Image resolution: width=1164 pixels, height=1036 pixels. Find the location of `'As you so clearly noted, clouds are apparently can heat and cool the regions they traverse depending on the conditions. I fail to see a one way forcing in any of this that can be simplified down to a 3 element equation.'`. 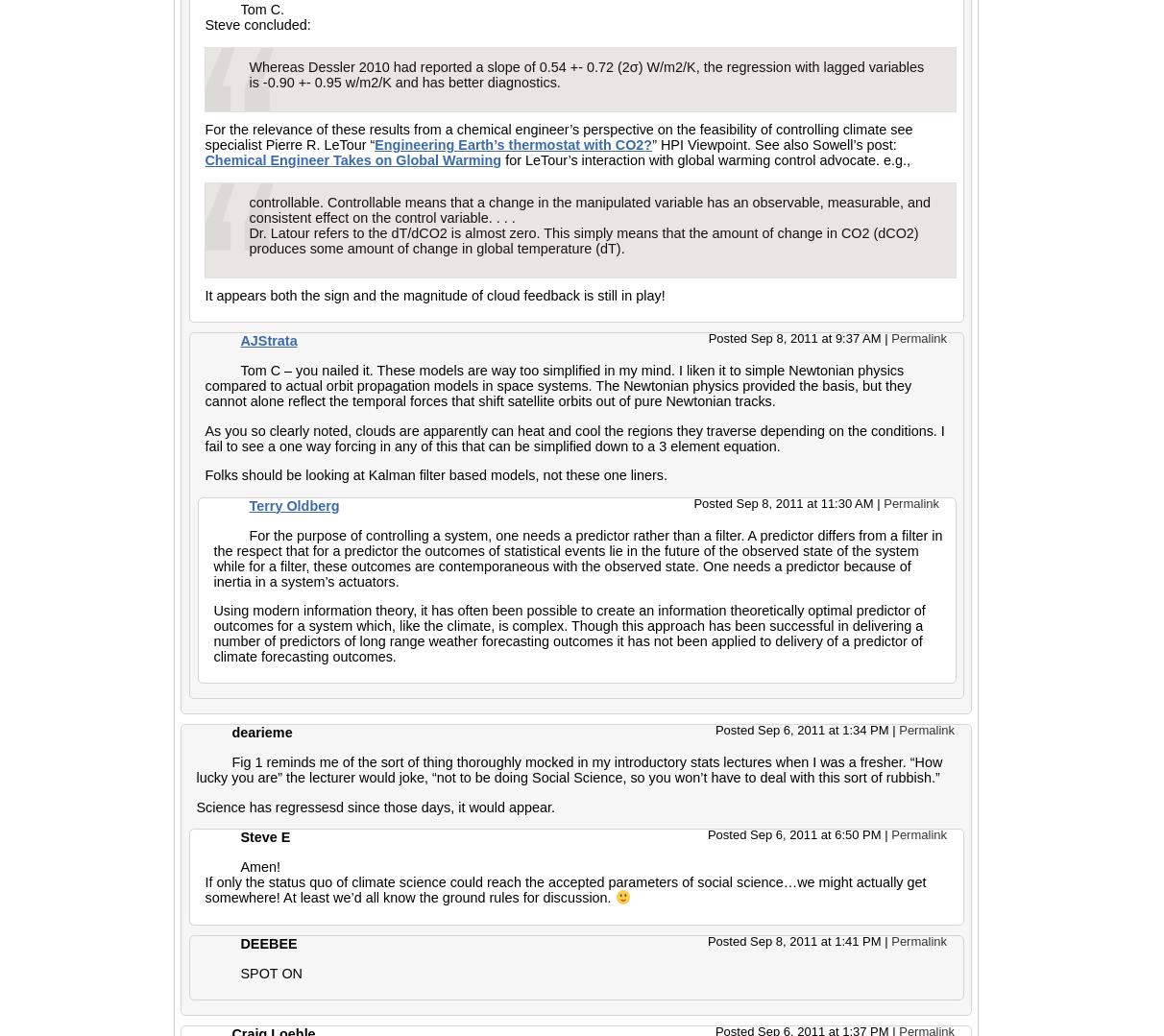

'As you so clearly noted, clouds are apparently can heat and cool the regions they traverse depending on the conditions. I fail to see a one way forcing in any of this that can be simplified down to a 3 element equation.' is located at coordinates (203, 437).